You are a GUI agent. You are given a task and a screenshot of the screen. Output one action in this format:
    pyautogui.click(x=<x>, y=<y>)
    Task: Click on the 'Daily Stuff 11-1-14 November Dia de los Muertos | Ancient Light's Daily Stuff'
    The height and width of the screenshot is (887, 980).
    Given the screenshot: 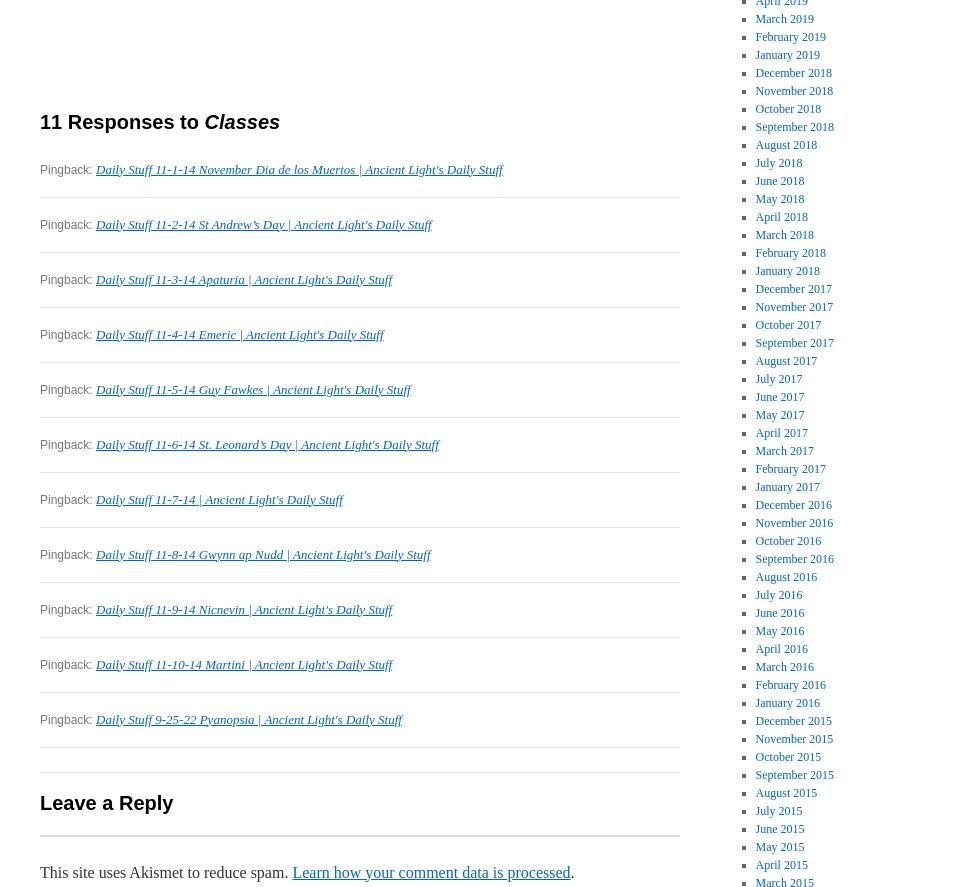 What is the action you would take?
    pyautogui.click(x=298, y=167)
    